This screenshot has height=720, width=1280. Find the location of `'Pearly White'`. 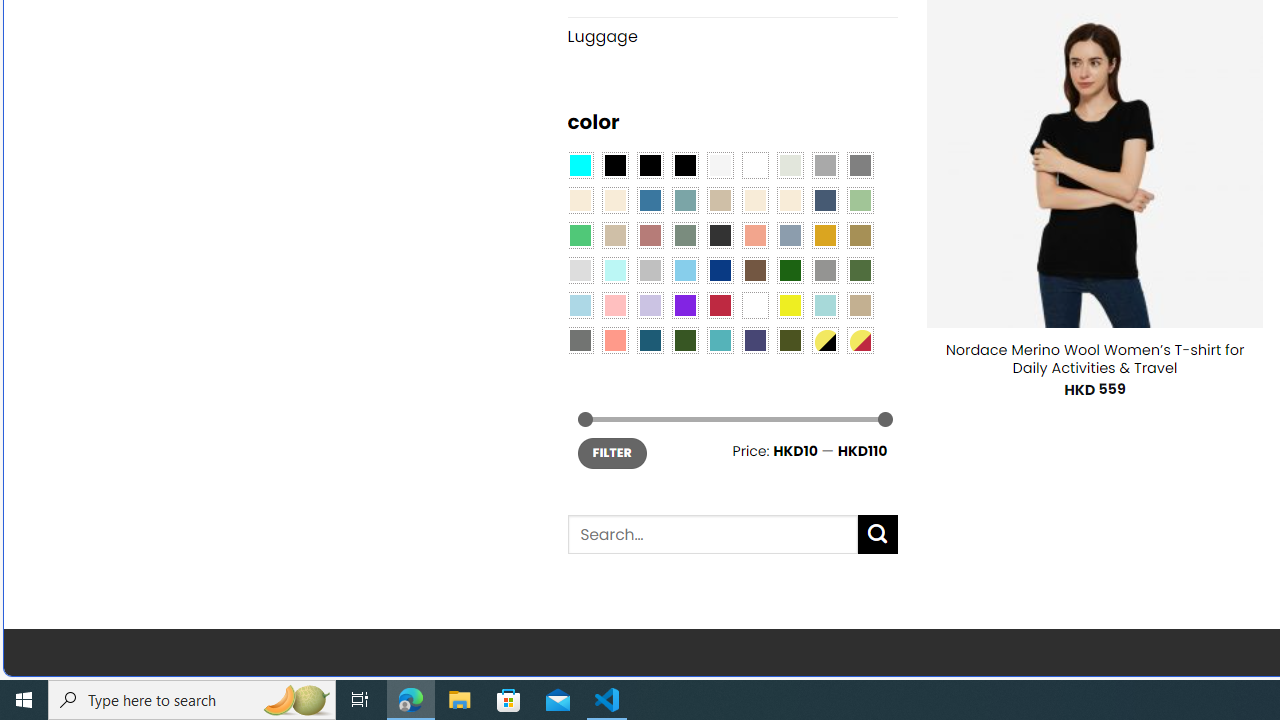

'Pearly White' is located at coordinates (720, 163).